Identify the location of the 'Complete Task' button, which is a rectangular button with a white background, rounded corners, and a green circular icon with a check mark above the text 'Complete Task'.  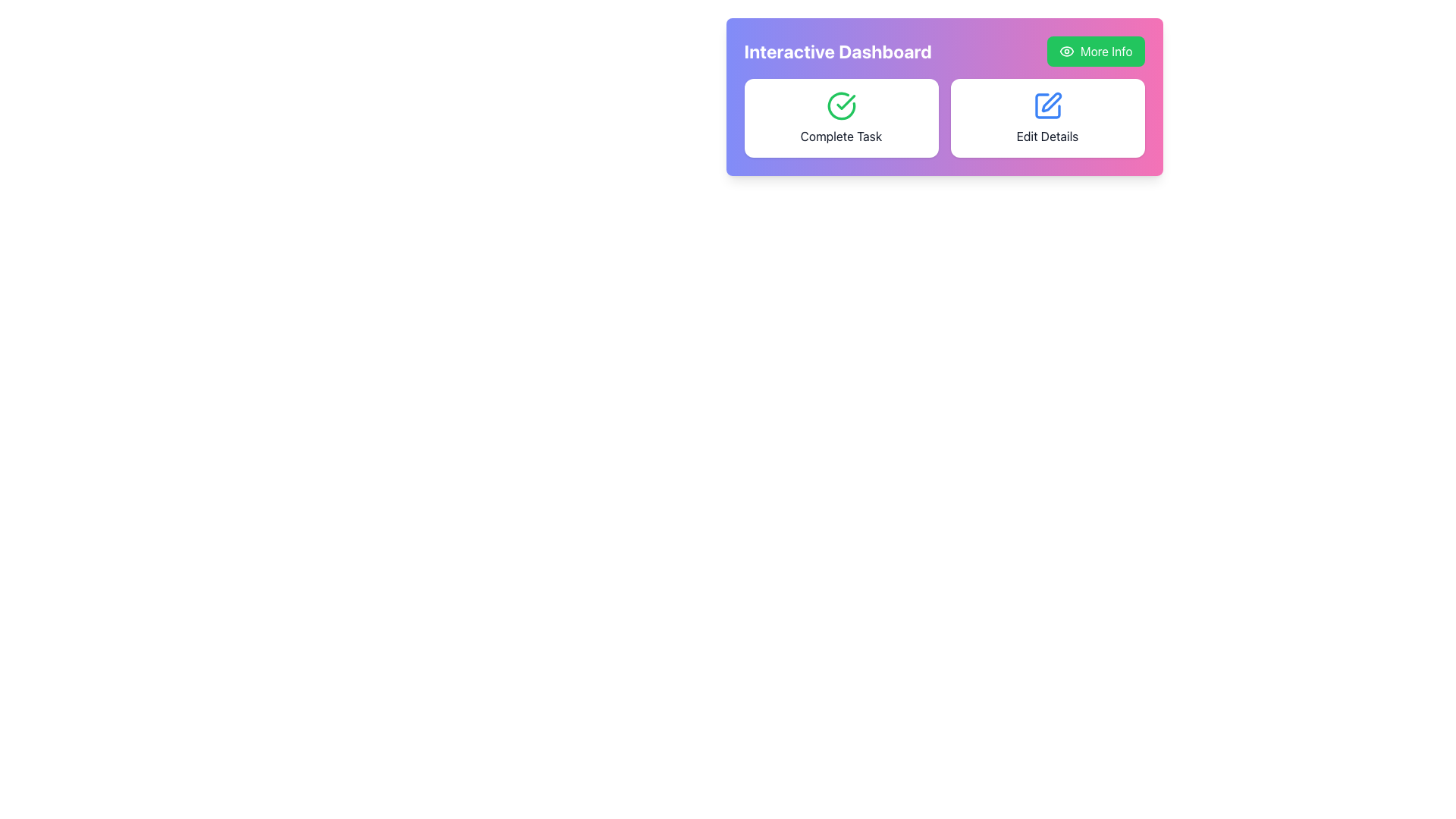
(840, 117).